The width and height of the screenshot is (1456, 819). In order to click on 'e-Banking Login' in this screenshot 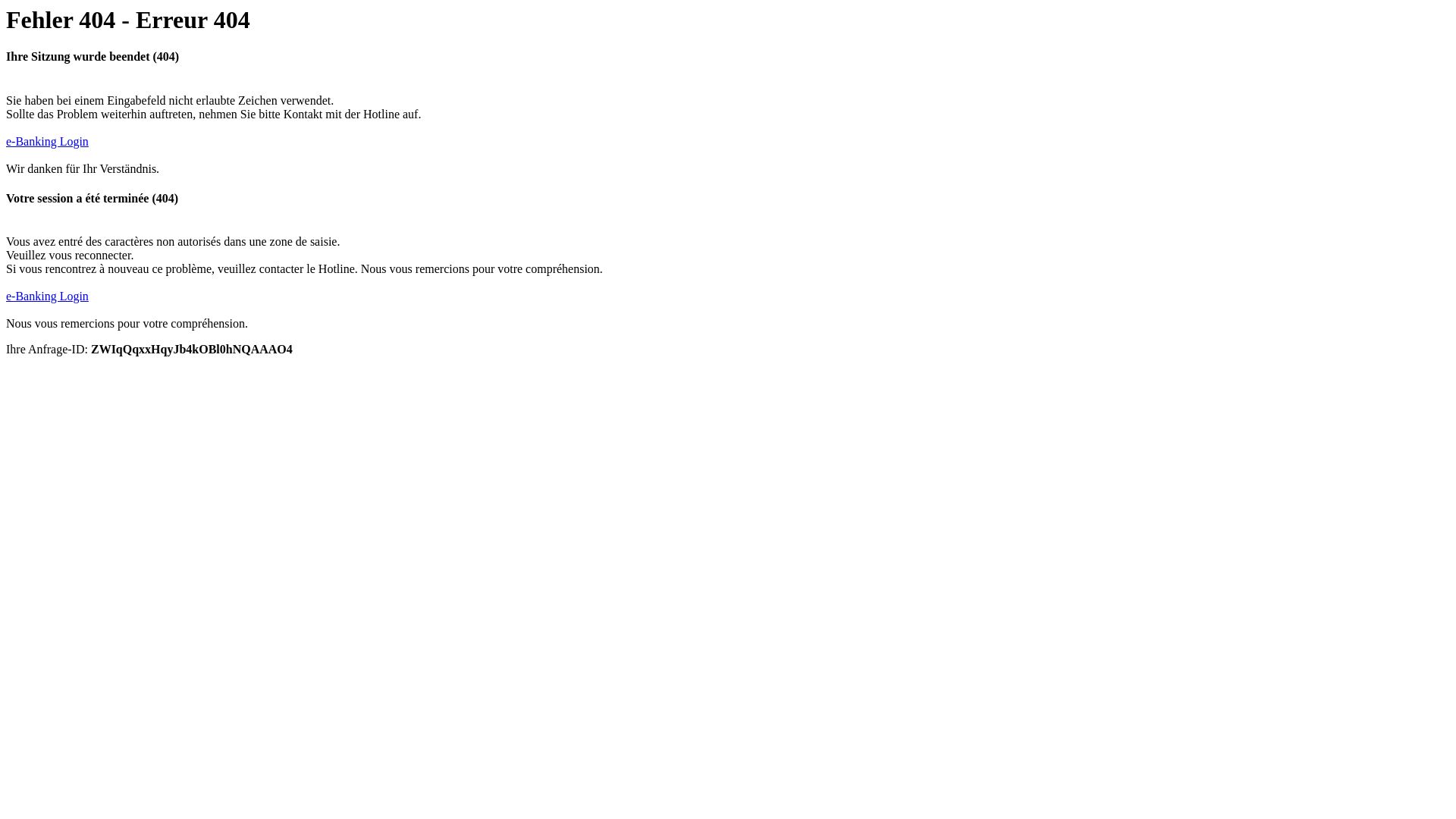, I will do `click(47, 141)`.